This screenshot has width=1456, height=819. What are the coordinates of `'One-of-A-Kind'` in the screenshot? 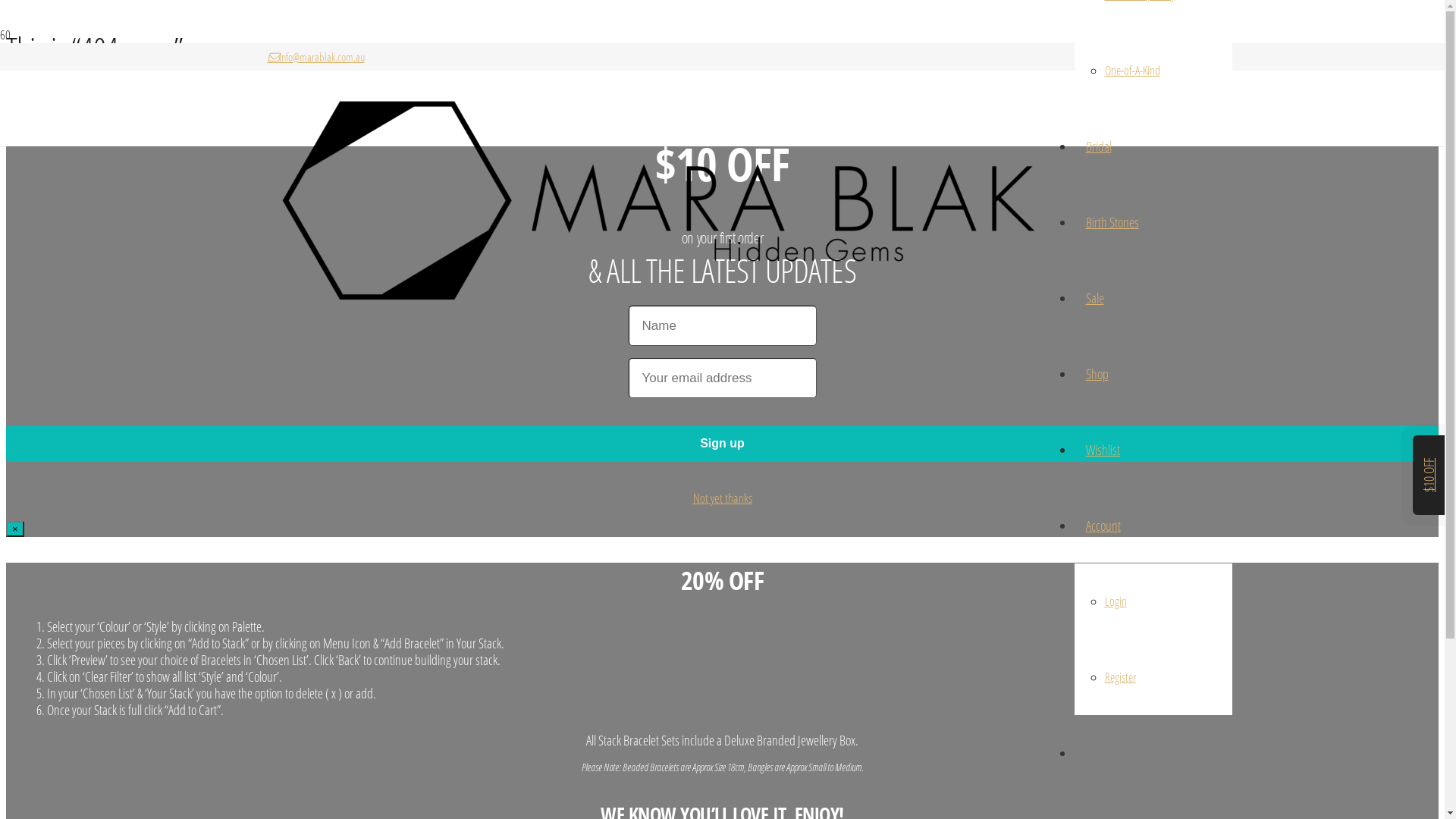 It's located at (1103, 70).